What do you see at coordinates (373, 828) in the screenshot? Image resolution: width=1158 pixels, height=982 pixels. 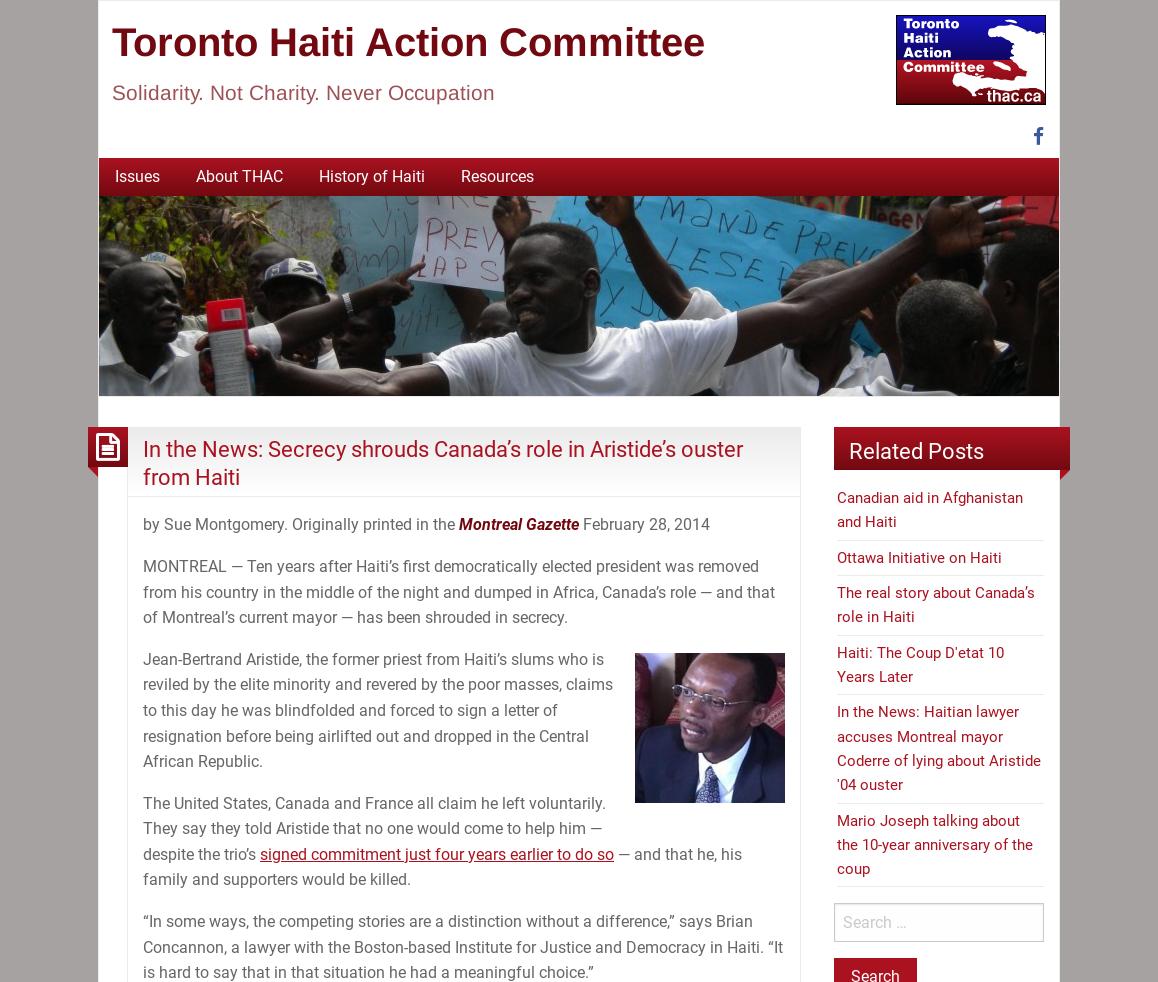 I see `'The United States, Canada and France all claim he left voluntarily. They say they told Aristide that no one would come to help him — despite the trio’s'` at bounding box center [373, 828].